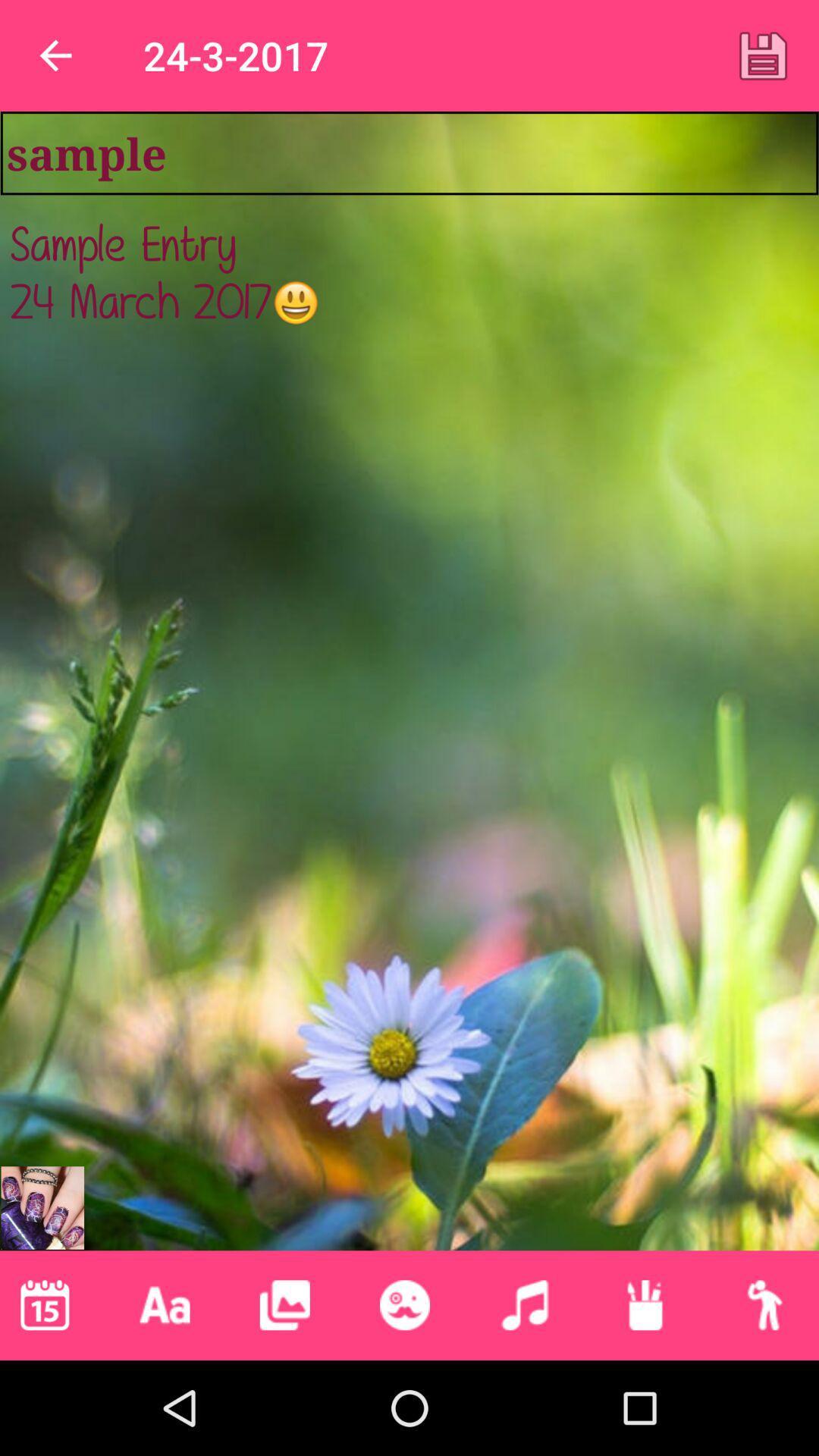  What do you see at coordinates (44, 1304) in the screenshot?
I see `show the entire calendar` at bounding box center [44, 1304].